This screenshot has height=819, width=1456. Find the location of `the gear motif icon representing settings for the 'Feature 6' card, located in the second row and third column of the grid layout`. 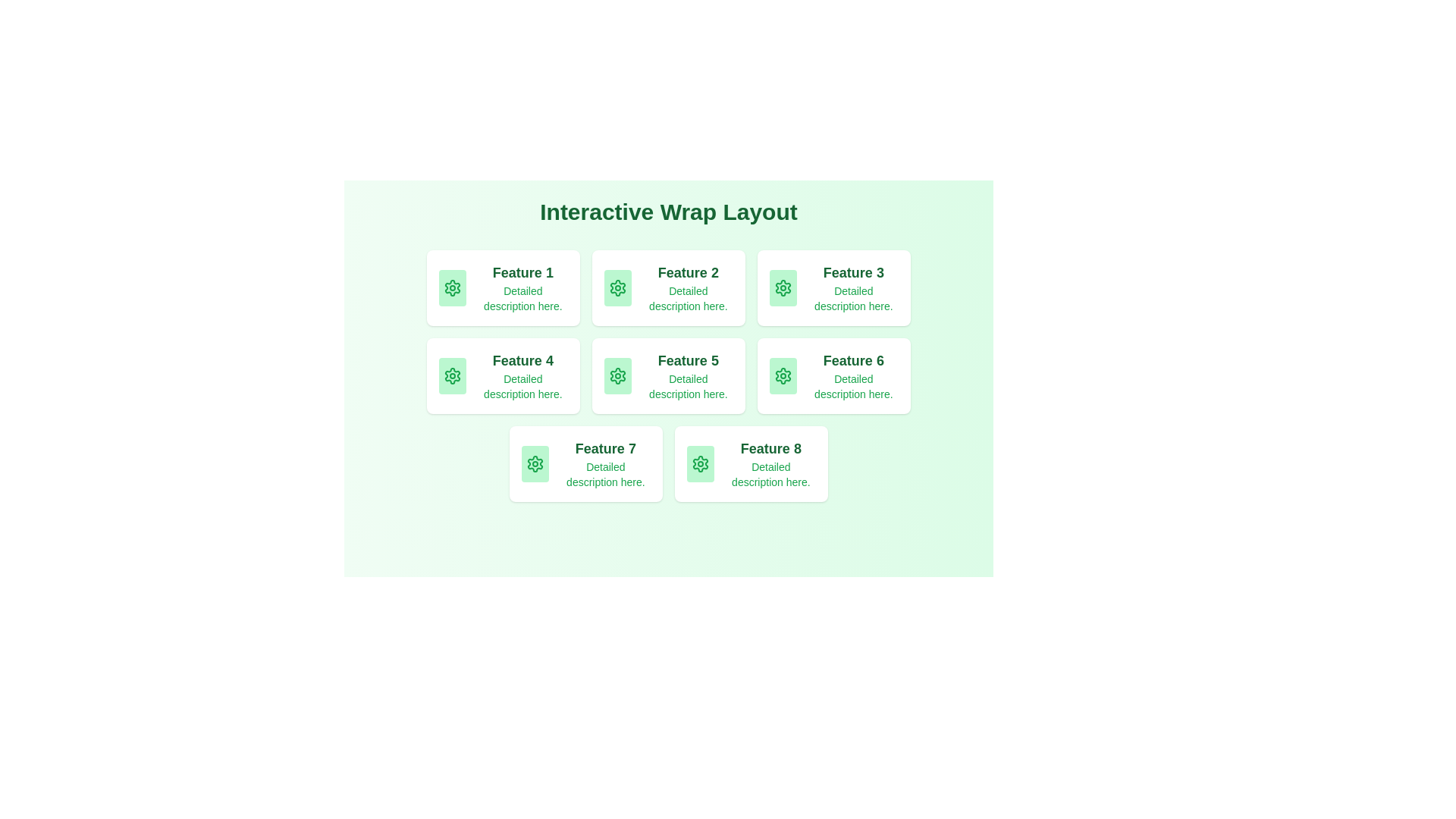

the gear motif icon representing settings for the 'Feature 6' card, located in the second row and third column of the grid layout is located at coordinates (783, 375).